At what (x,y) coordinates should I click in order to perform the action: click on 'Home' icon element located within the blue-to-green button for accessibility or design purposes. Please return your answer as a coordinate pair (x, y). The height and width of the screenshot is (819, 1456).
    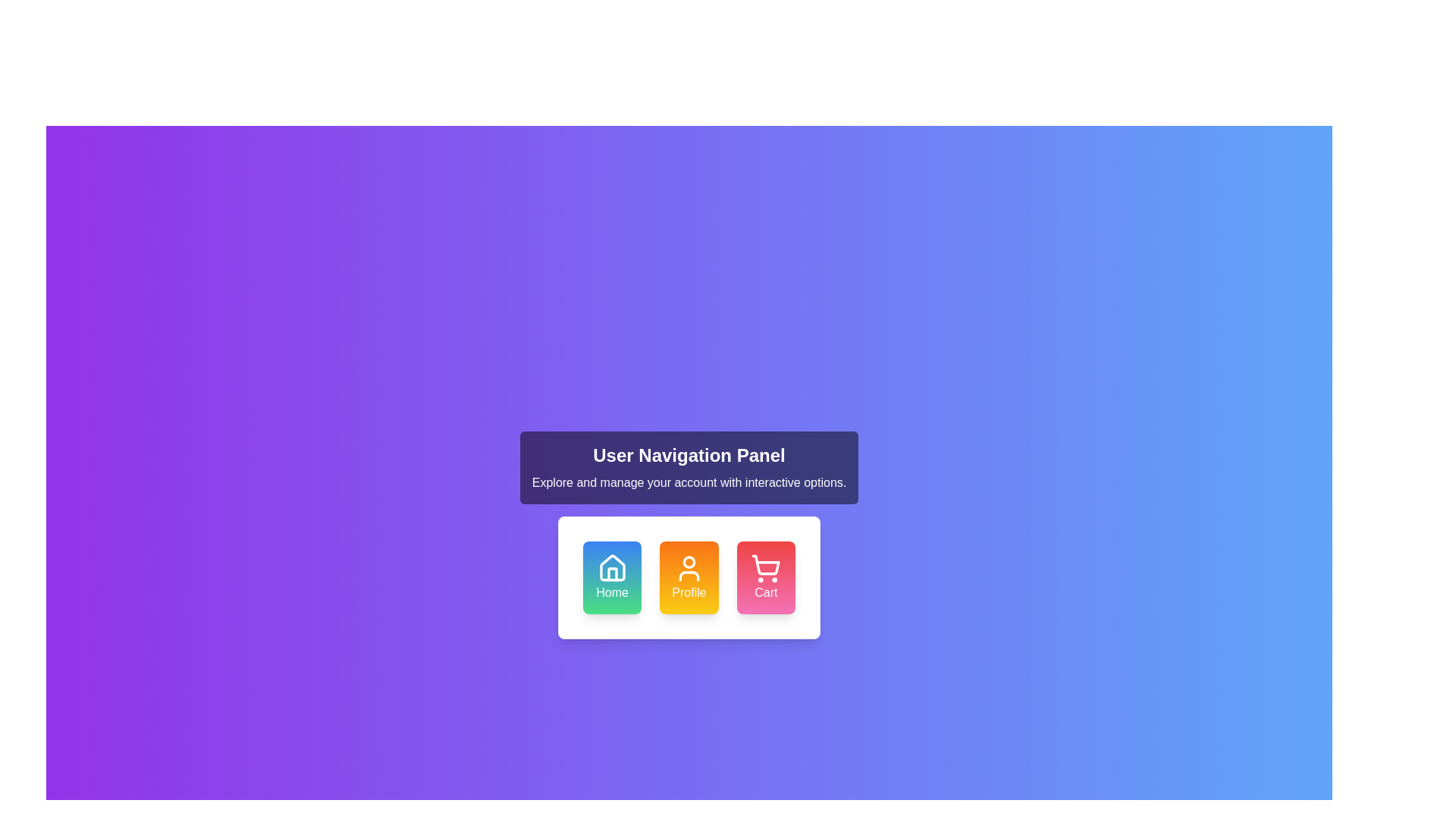
    Looking at the image, I should click on (612, 574).